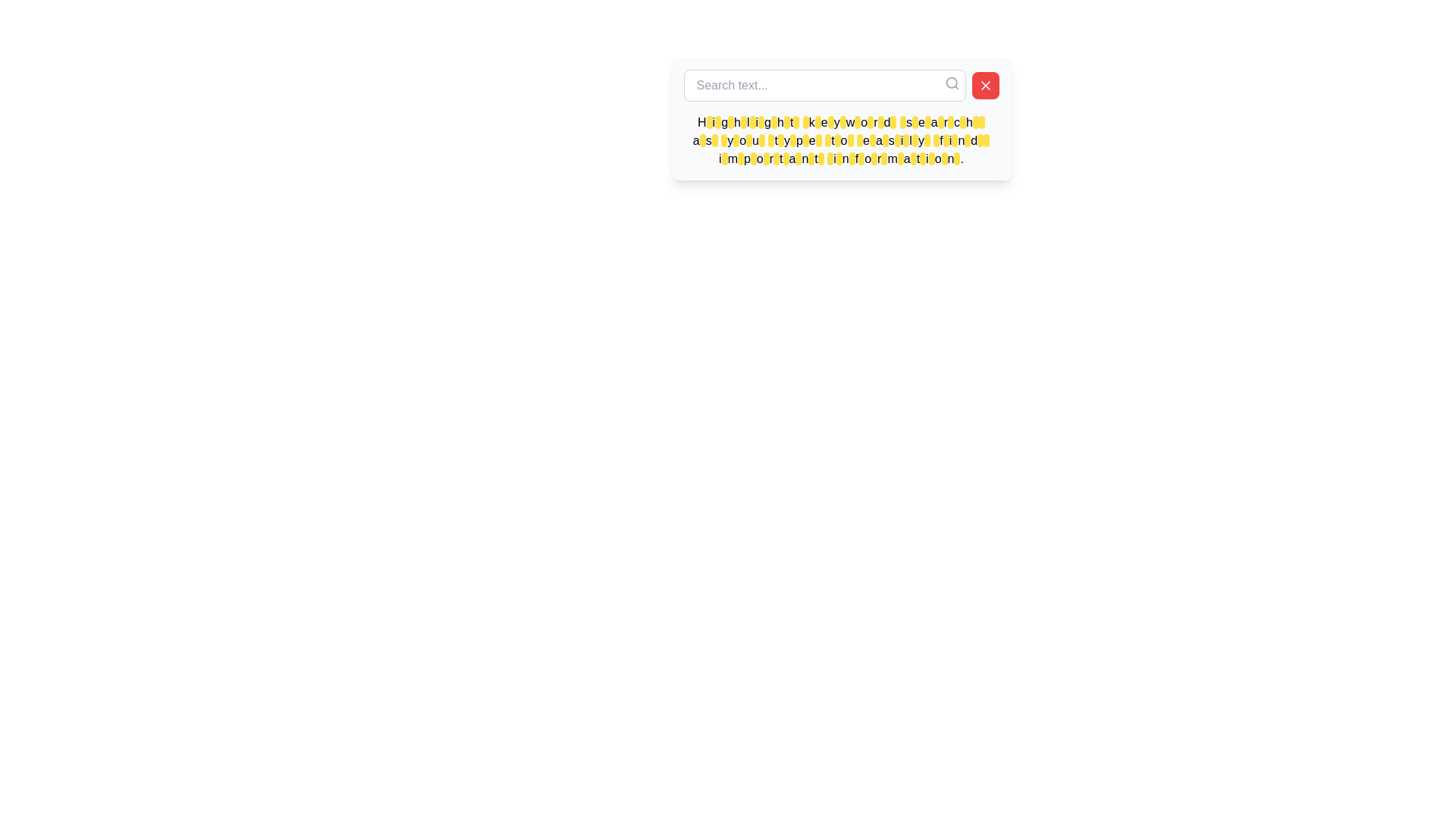  What do you see at coordinates (981, 121) in the screenshot?
I see `the 26th text highlight in the sentence 'Highlight keyword search as you type to easily find important information.'` at bounding box center [981, 121].